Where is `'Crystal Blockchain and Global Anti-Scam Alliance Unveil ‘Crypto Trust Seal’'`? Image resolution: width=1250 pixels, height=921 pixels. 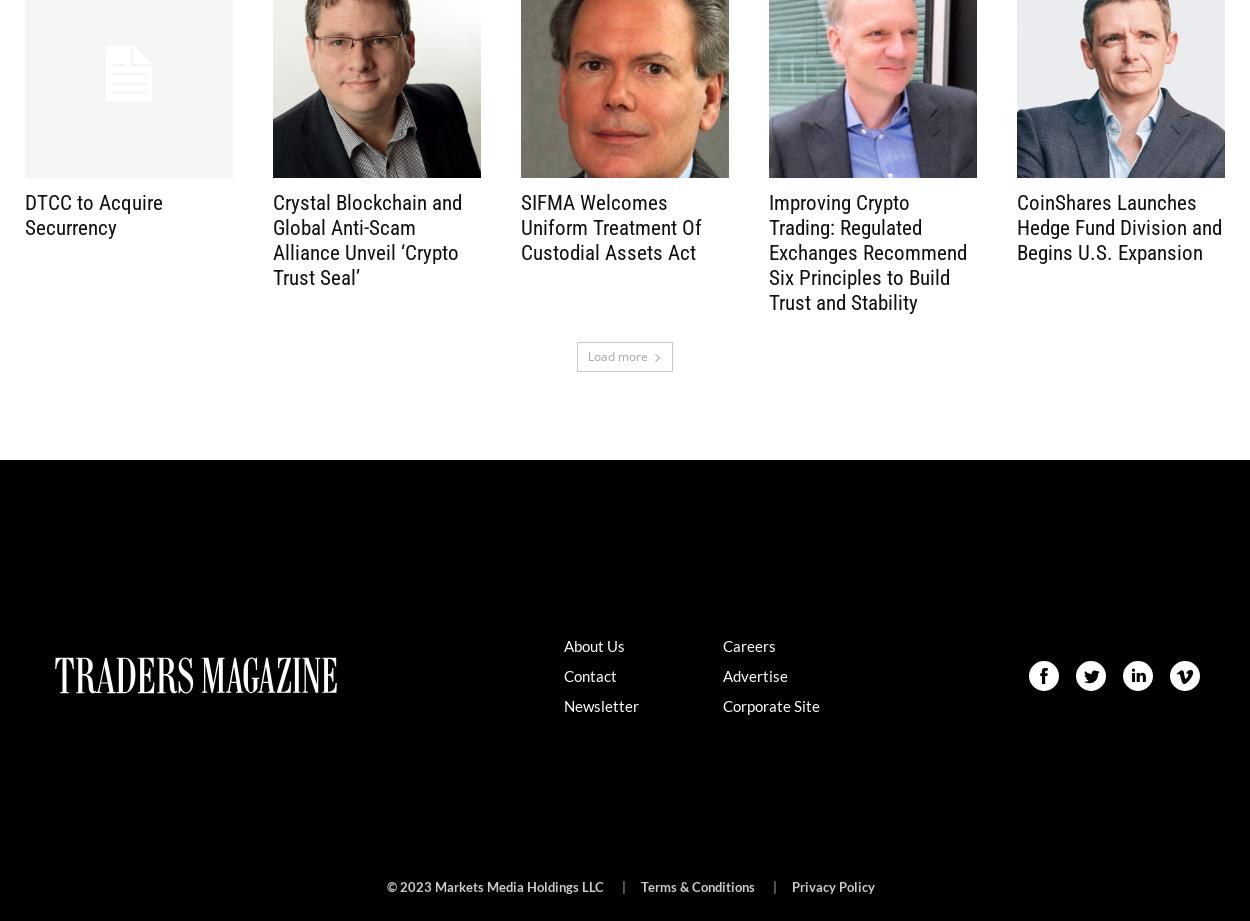
'Crystal Blockchain and Global Anti-Scam Alliance Unveil ‘Crypto Trust Seal’' is located at coordinates (273, 238).